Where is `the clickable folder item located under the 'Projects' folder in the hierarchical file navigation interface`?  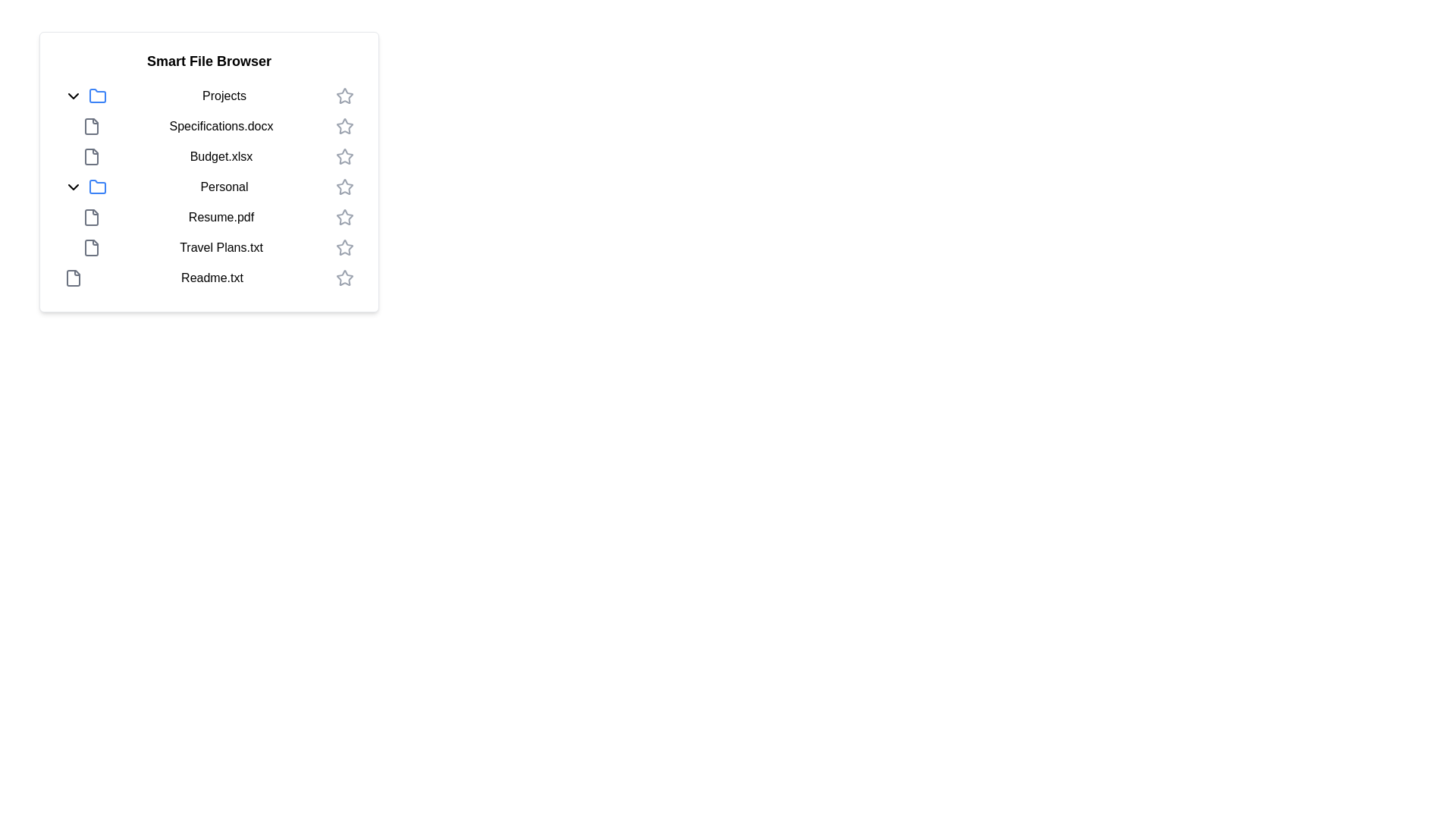
the clickable folder item located under the 'Projects' folder in the hierarchical file navigation interface is located at coordinates (208, 186).